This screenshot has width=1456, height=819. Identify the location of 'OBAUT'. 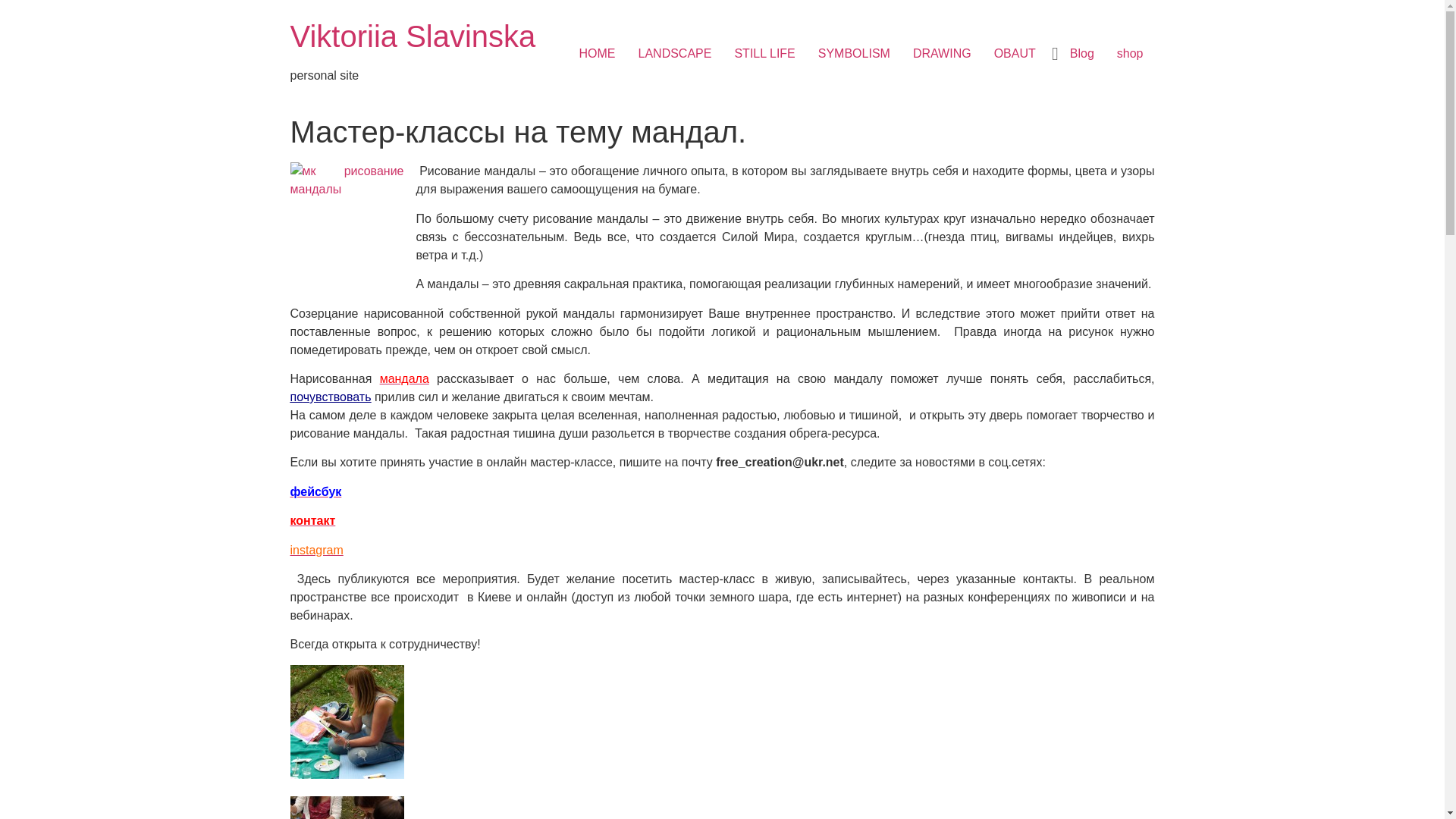
(1015, 52).